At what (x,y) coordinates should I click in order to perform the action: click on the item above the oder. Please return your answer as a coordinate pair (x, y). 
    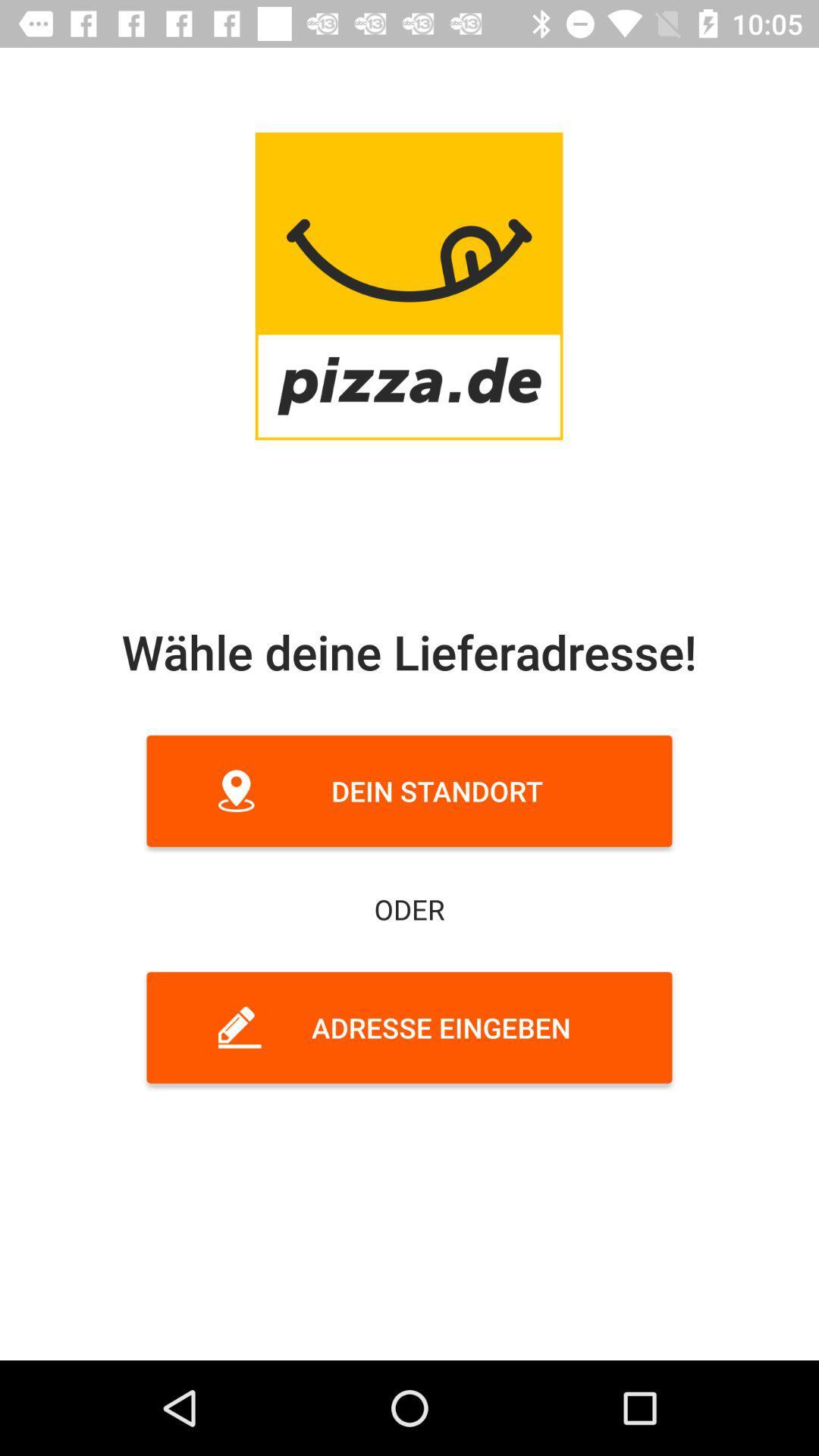
    Looking at the image, I should click on (409, 790).